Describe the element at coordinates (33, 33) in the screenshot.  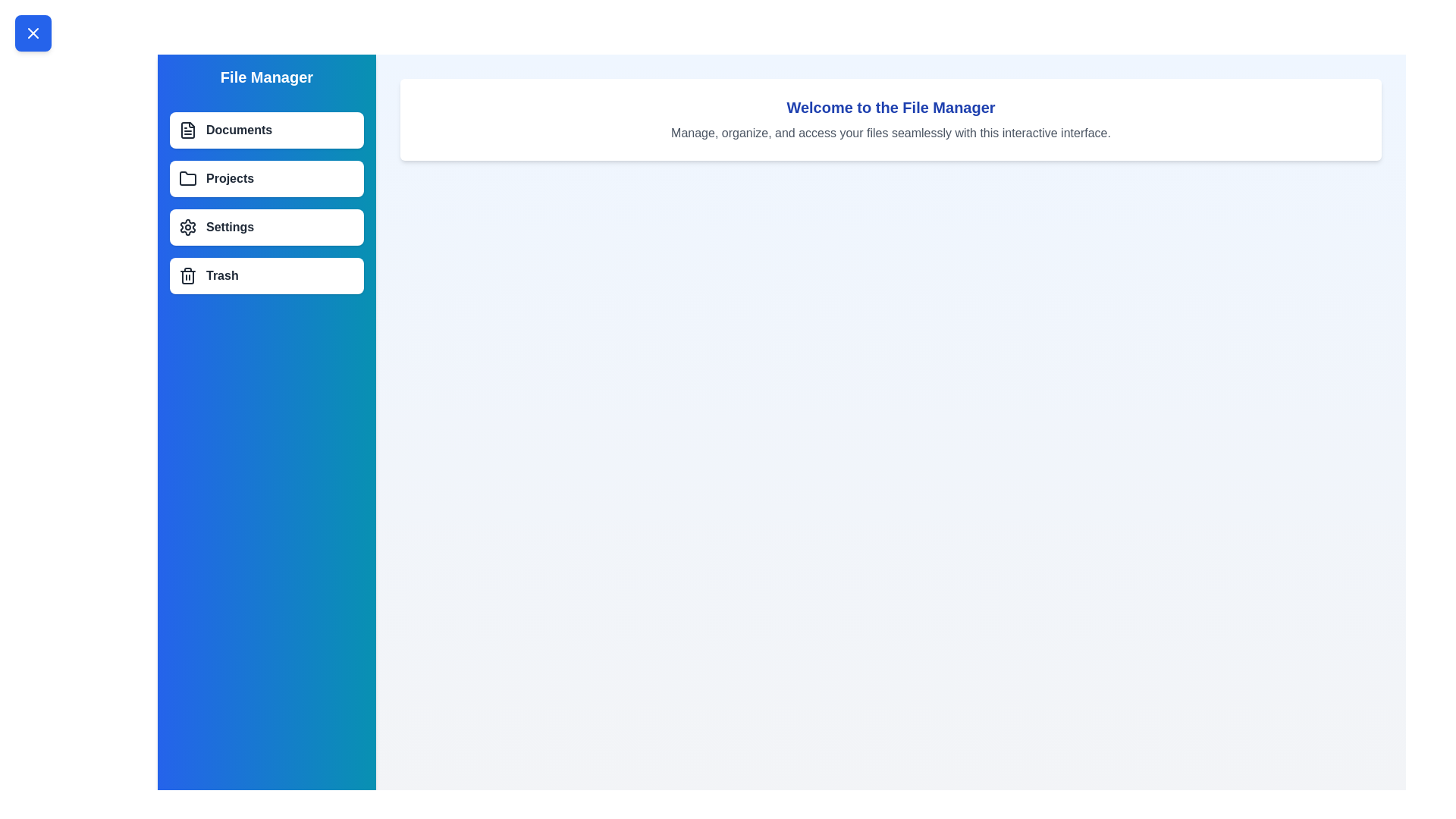
I see `toggle button at the top-left corner to toggle the visibility of the drawer` at that location.